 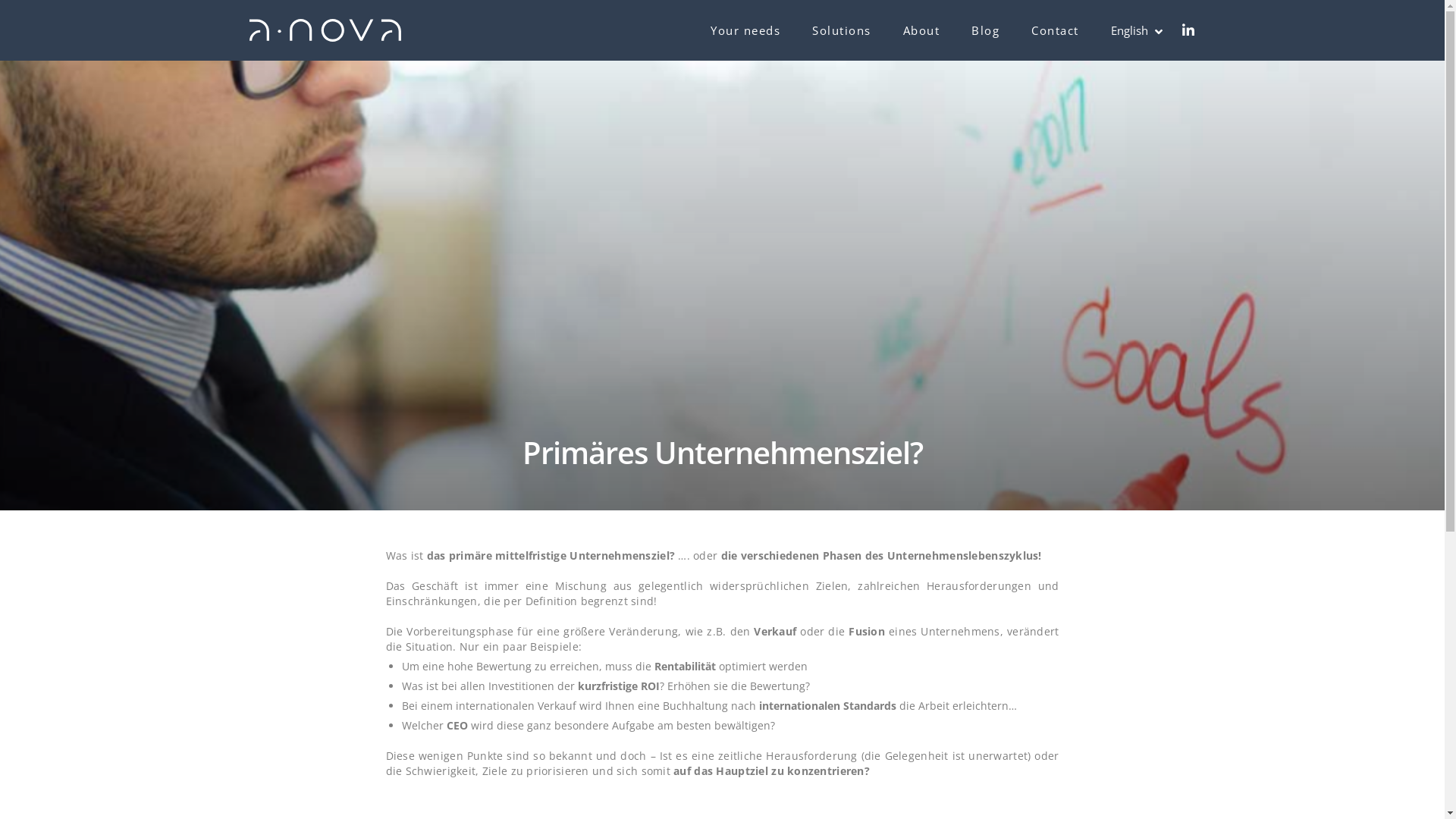 What do you see at coordinates (1054, 30) in the screenshot?
I see `'Contact'` at bounding box center [1054, 30].